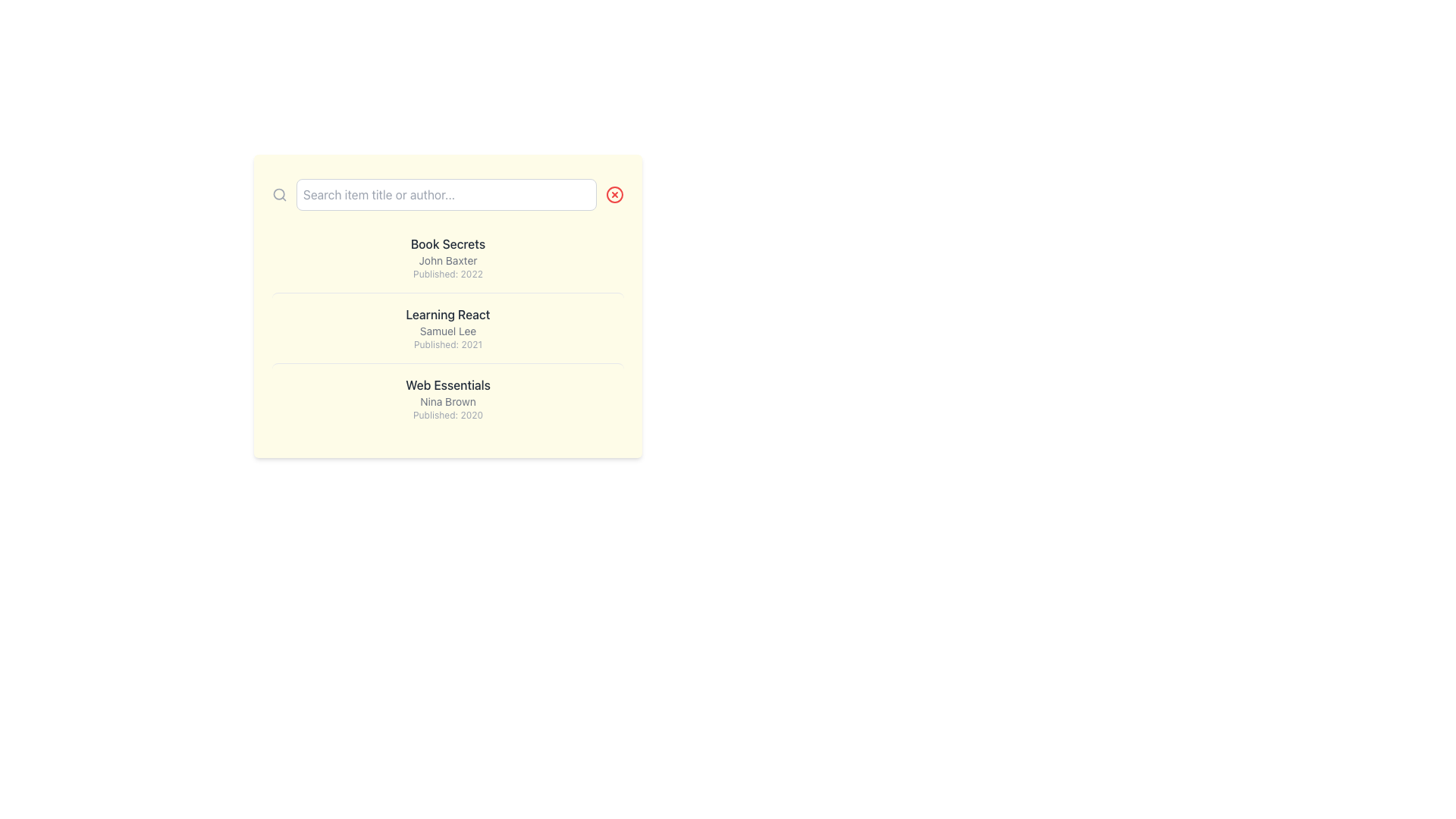 The width and height of the screenshot is (1456, 819). What do you see at coordinates (447, 330) in the screenshot?
I see `text label identifying the author 'Samuel Lee' located below the title 'Learning React' and above the publication date 'Published: 2021'` at bounding box center [447, 330].